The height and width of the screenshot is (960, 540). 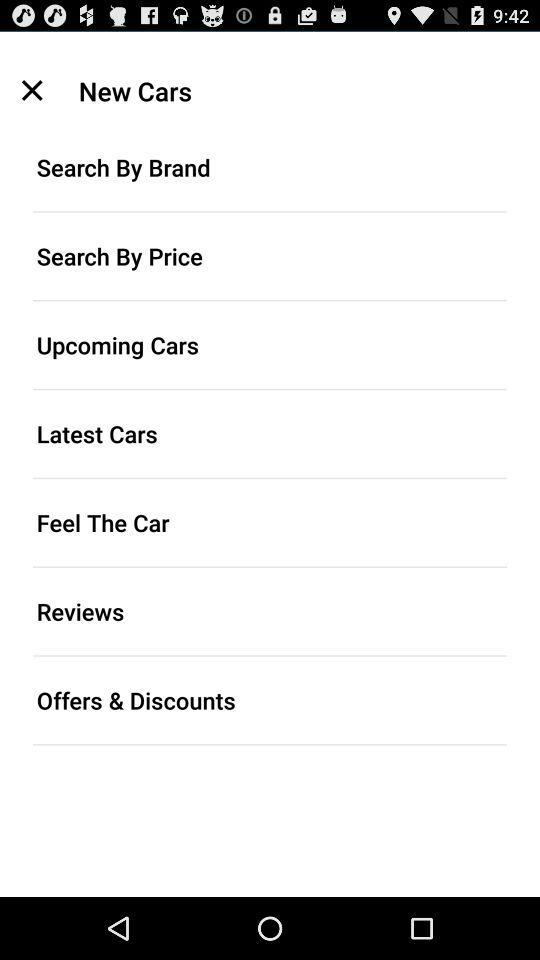 I want to click on latest cars item, so click(x=270, y=433).